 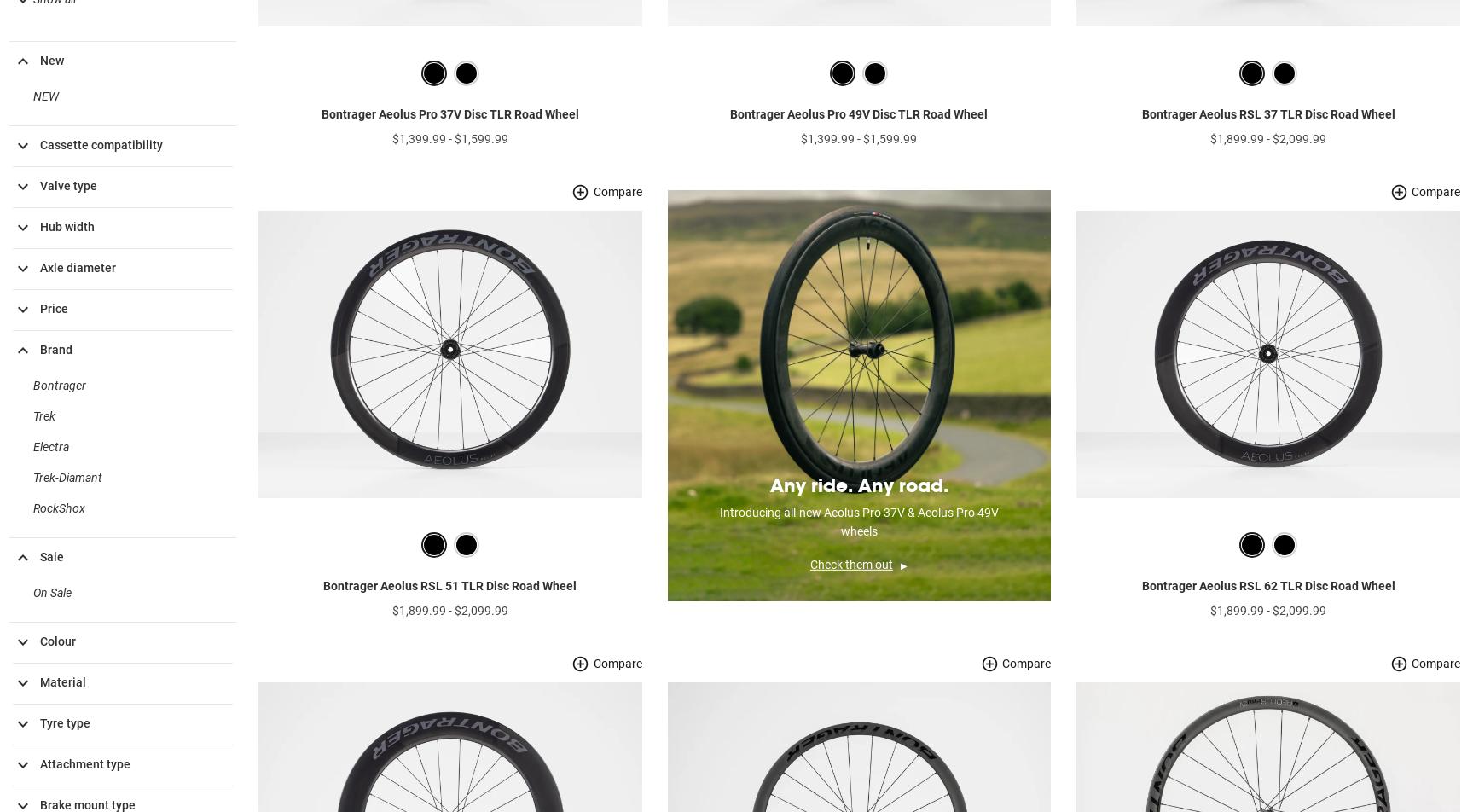 What do you see at coordinates (859, 140) in the screenshot?
I see `'Bontrager Aeolus Pro 49V Disc TLR Road Wheel'` at bounding box center [859, 140].